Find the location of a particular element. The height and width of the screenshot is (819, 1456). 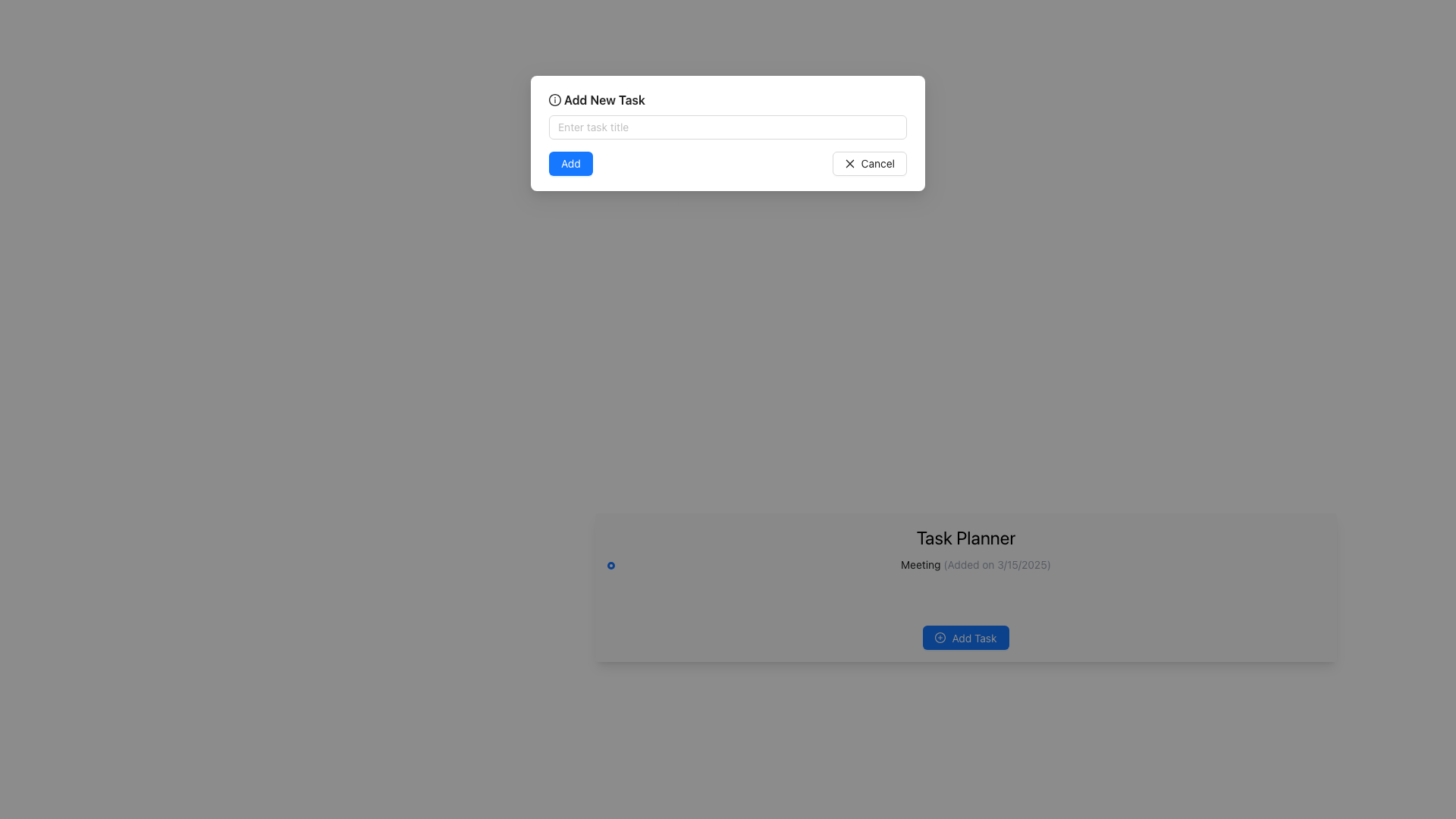

the 'Add Task' text which is displayed in white font on a blue rectangular button with rounded corners located below the 'Task Planner' header is located at coordinates (974, 637).